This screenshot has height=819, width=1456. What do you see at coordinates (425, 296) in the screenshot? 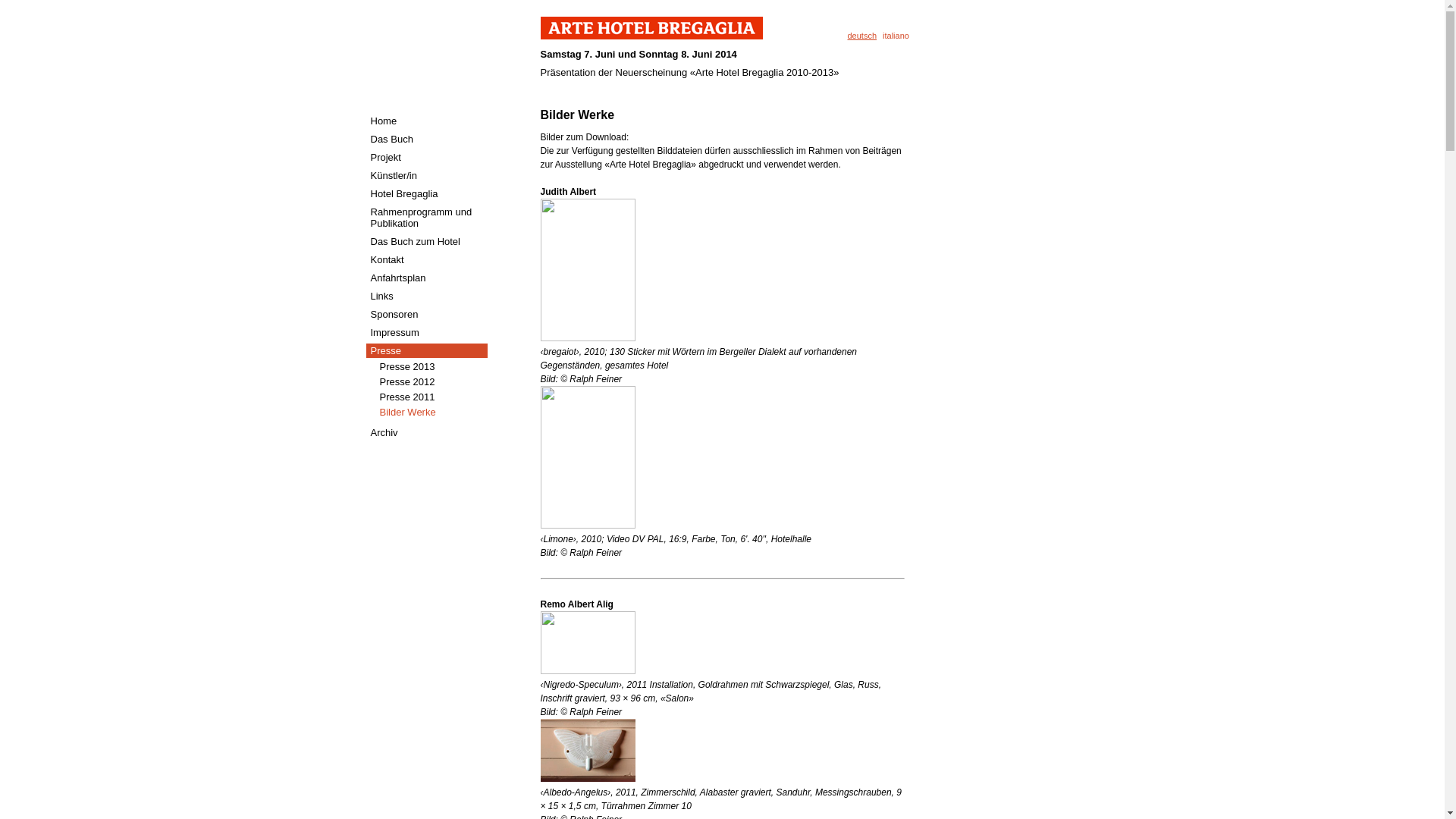
I see `'Links'` at bounding box center [425, 296].